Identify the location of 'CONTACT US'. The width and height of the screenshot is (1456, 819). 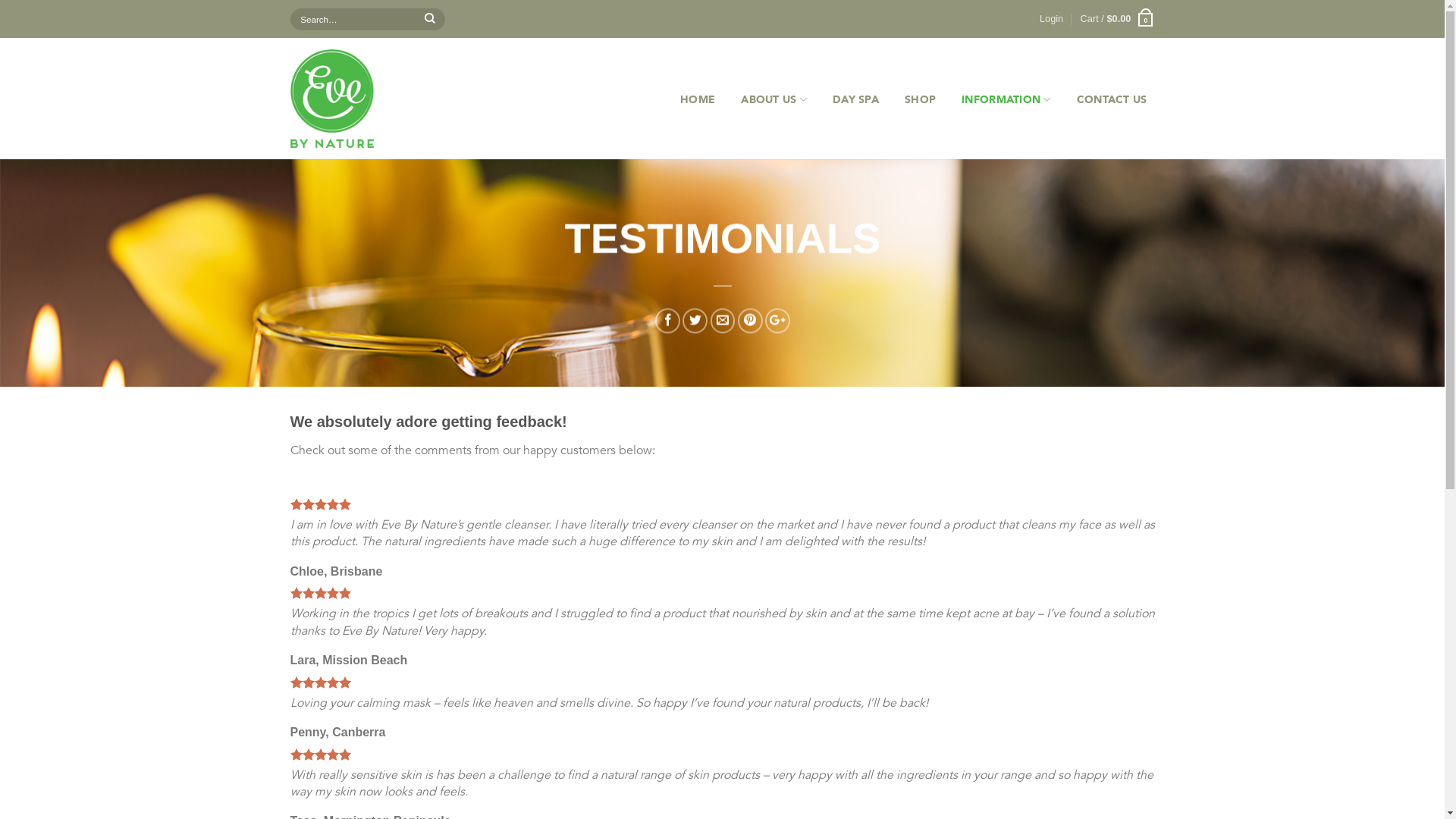
(1112, 99).